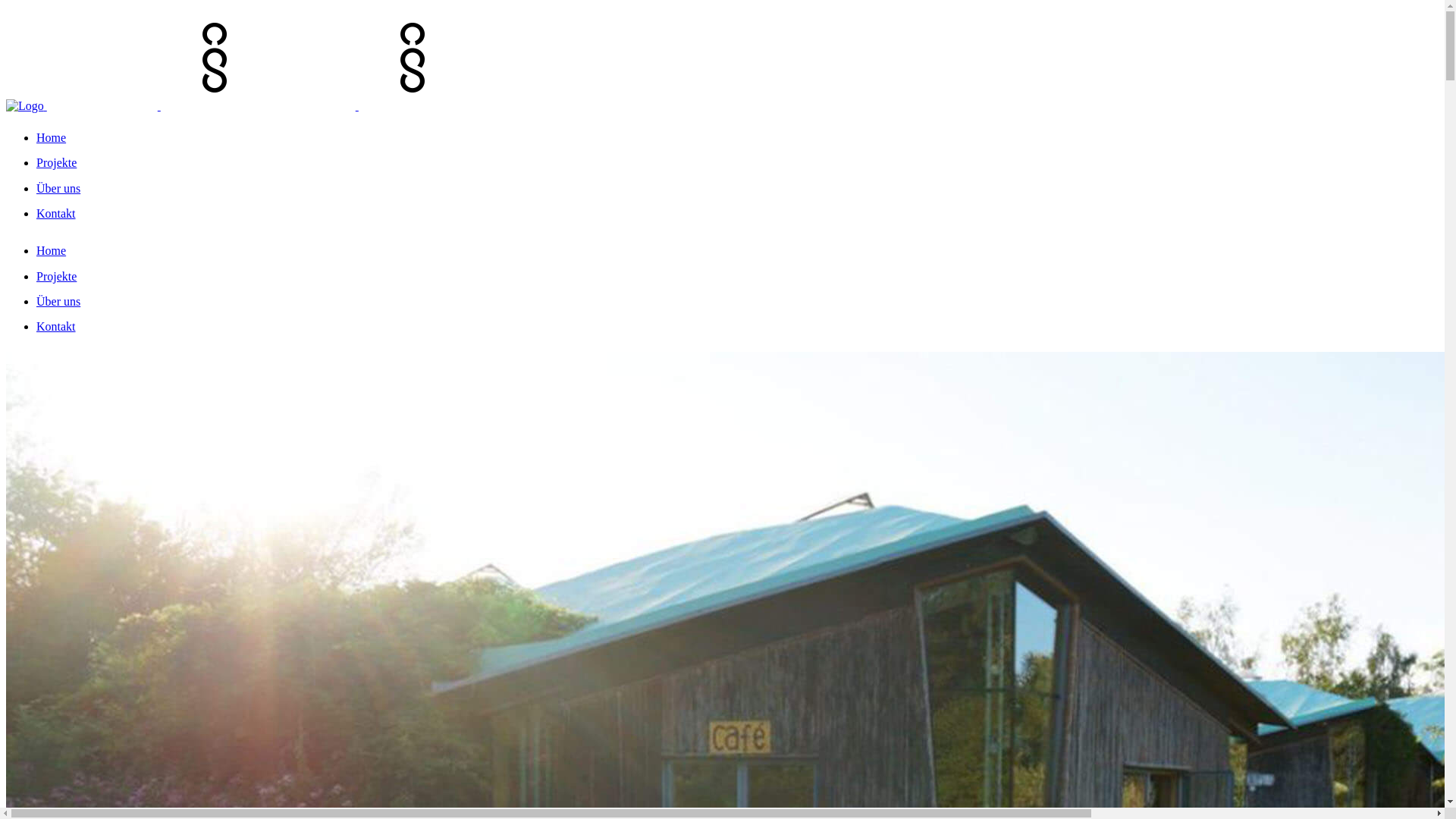 The height and width of the screenshot is (819, 1456). What do you see at coordinates (51, 249) in the screenshot?
I see `'Home'` at bounding box center [51, 249].